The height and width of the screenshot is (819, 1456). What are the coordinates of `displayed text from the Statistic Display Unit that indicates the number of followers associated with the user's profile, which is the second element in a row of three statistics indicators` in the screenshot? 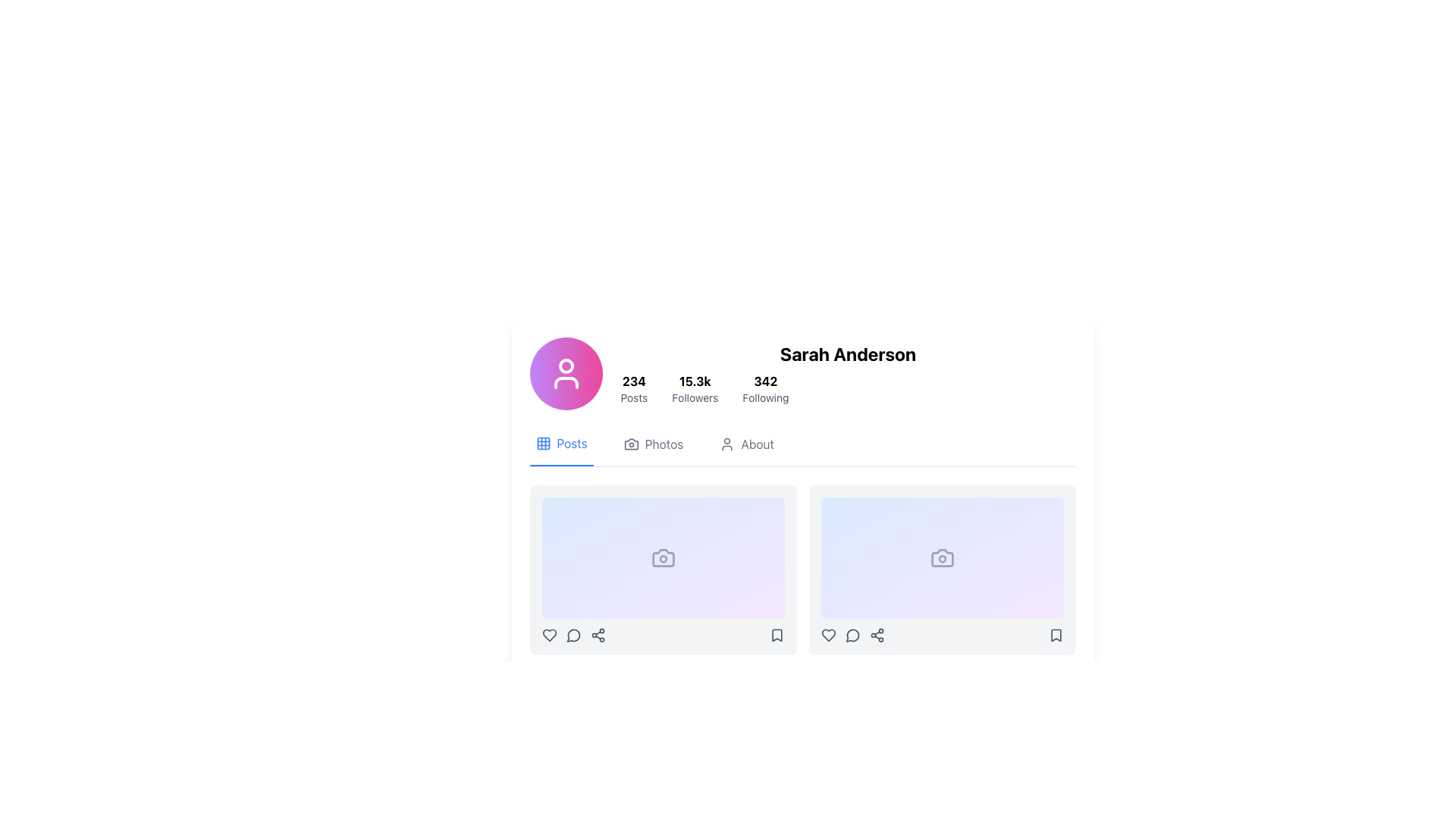 It's located at (694, 388).